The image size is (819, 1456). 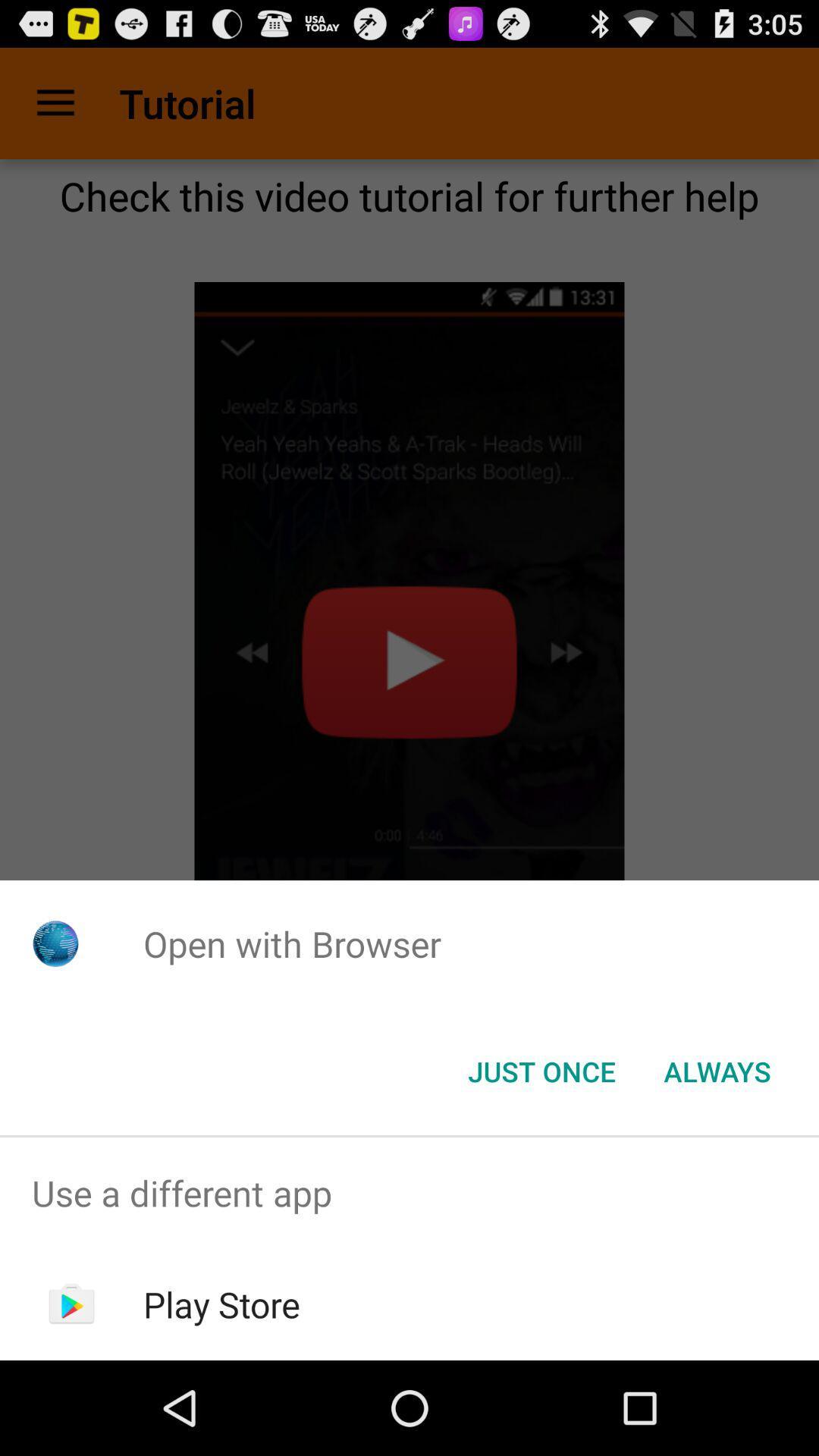 What do you see at coordinates (409, 1192) in the screenshot?
I see `the item above the play store` at bounding box center [409, 1192].